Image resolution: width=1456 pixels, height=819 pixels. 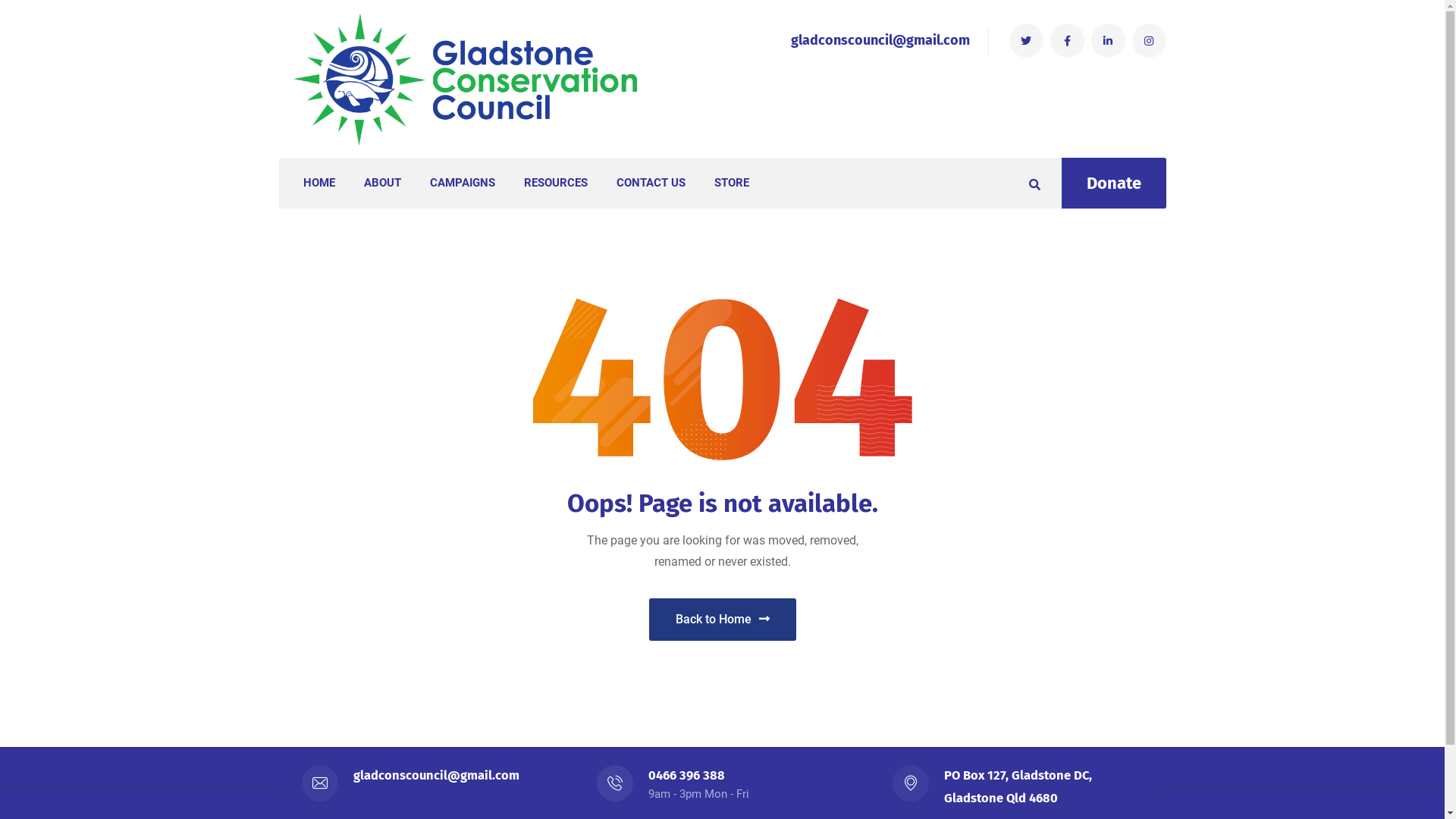 I want to click on 'RESOURCES', so click(x=523, y=182).